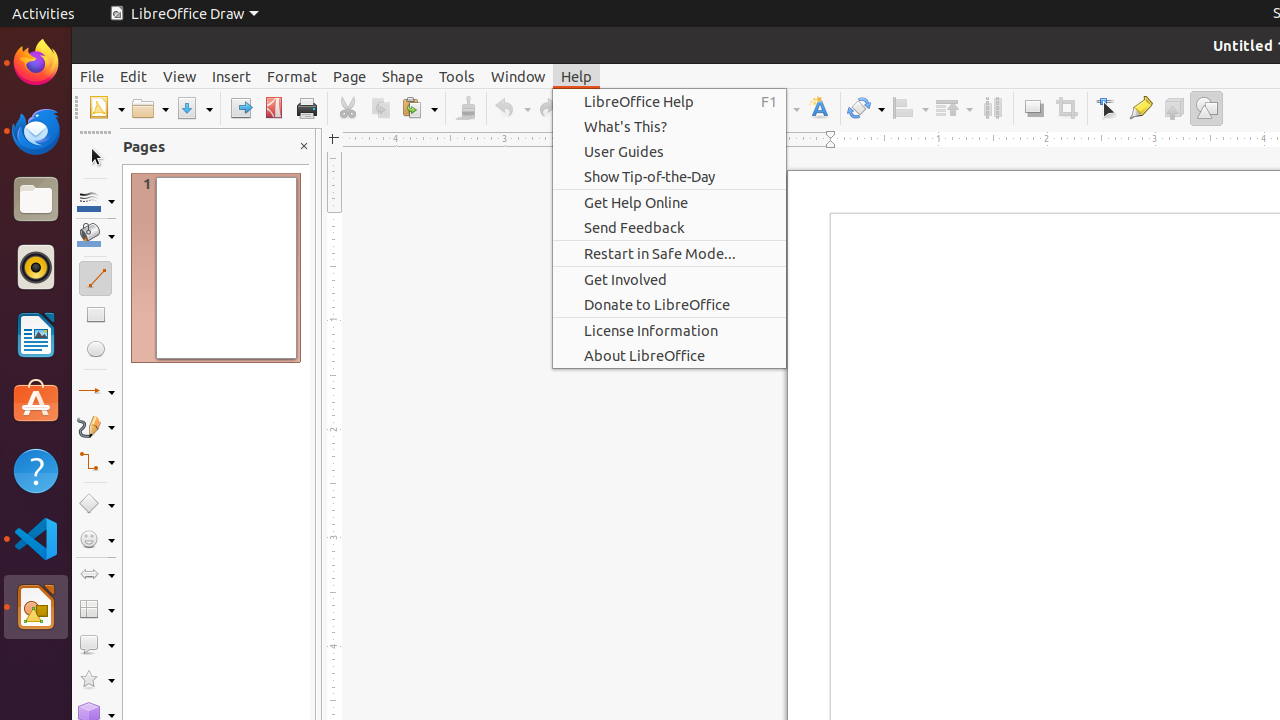 This screenshot has width=1280, height=720. What do you see at coordinates (194, 108) in the screenshot?
I see `'Save'` at bounding box center [194, 108].